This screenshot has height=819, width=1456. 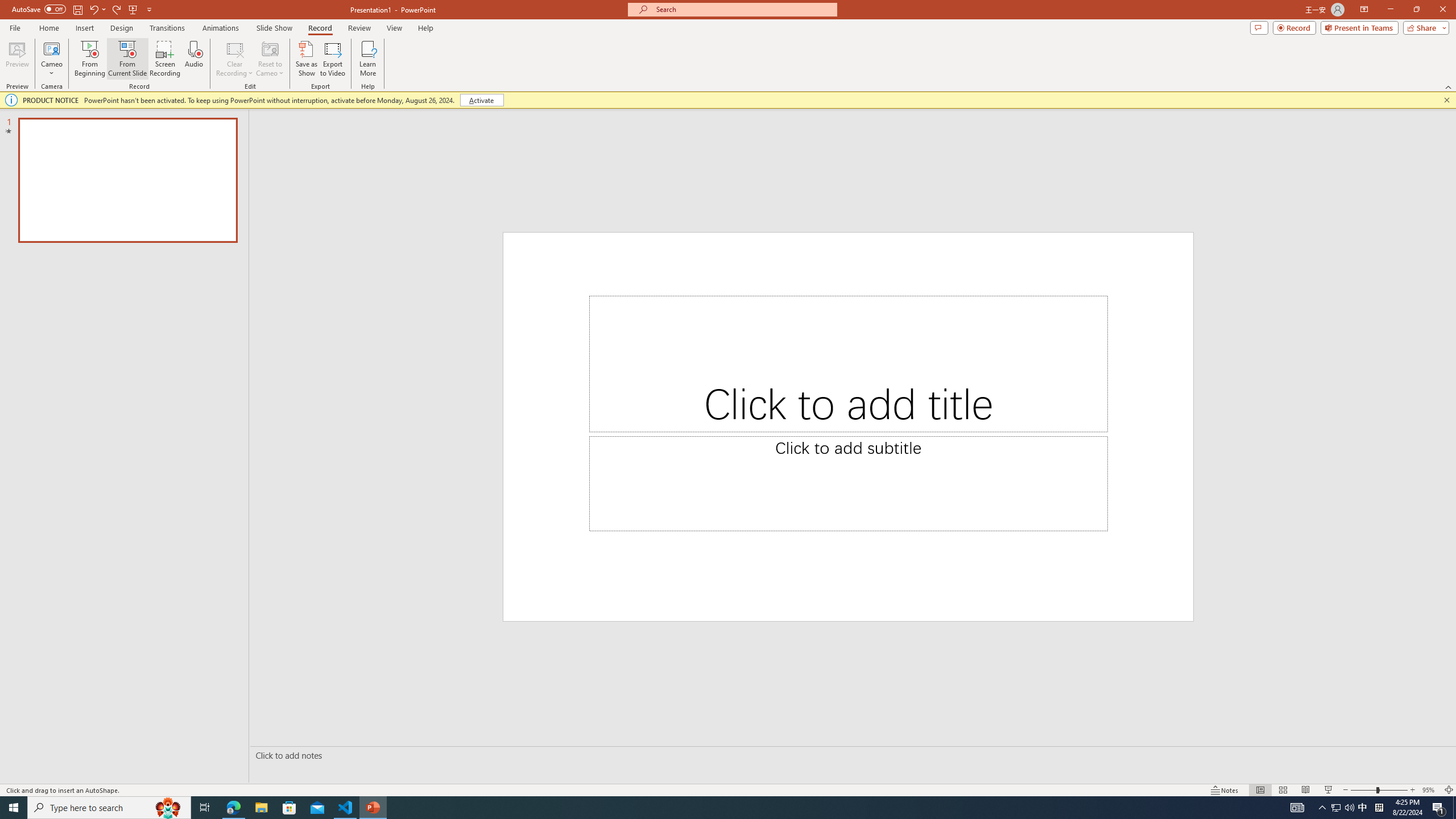 I want to click on 'Learn More', so click(x=368, y=59).